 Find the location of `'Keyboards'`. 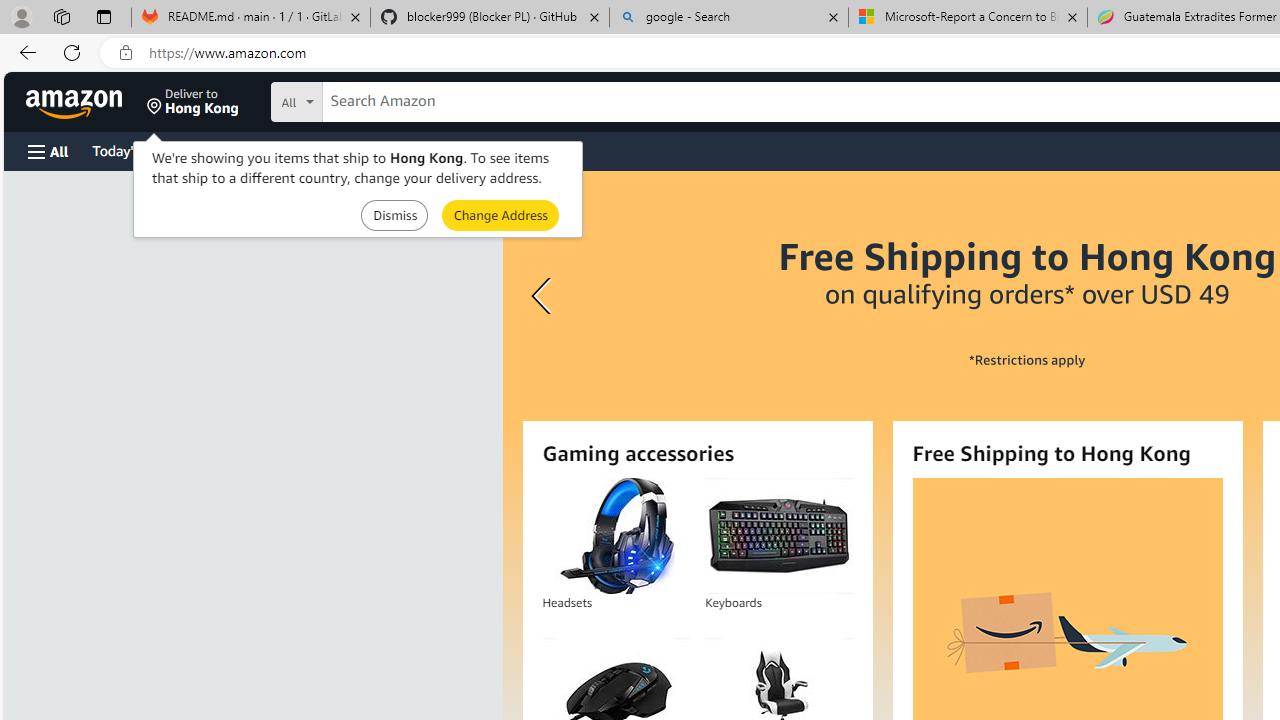

'Keyboards' is located at coordinates (777, 535).